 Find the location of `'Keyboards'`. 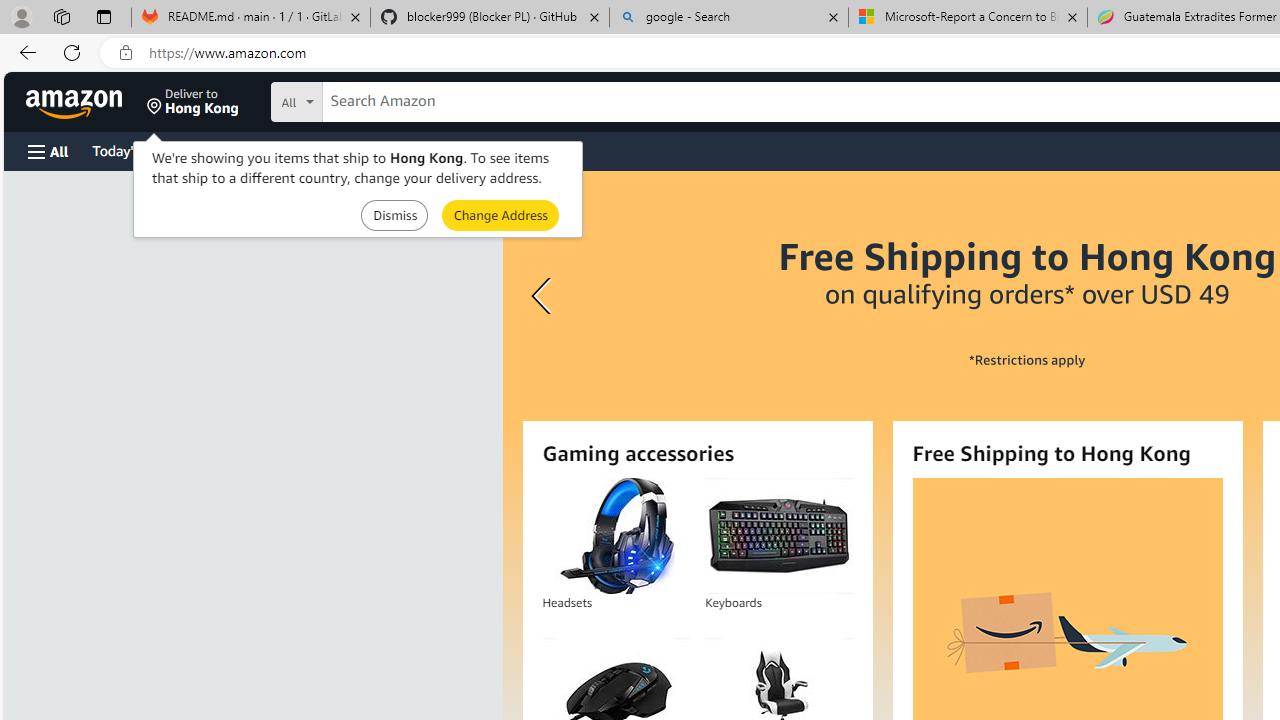

'Keyboards' is located at coordinates (777, 535).